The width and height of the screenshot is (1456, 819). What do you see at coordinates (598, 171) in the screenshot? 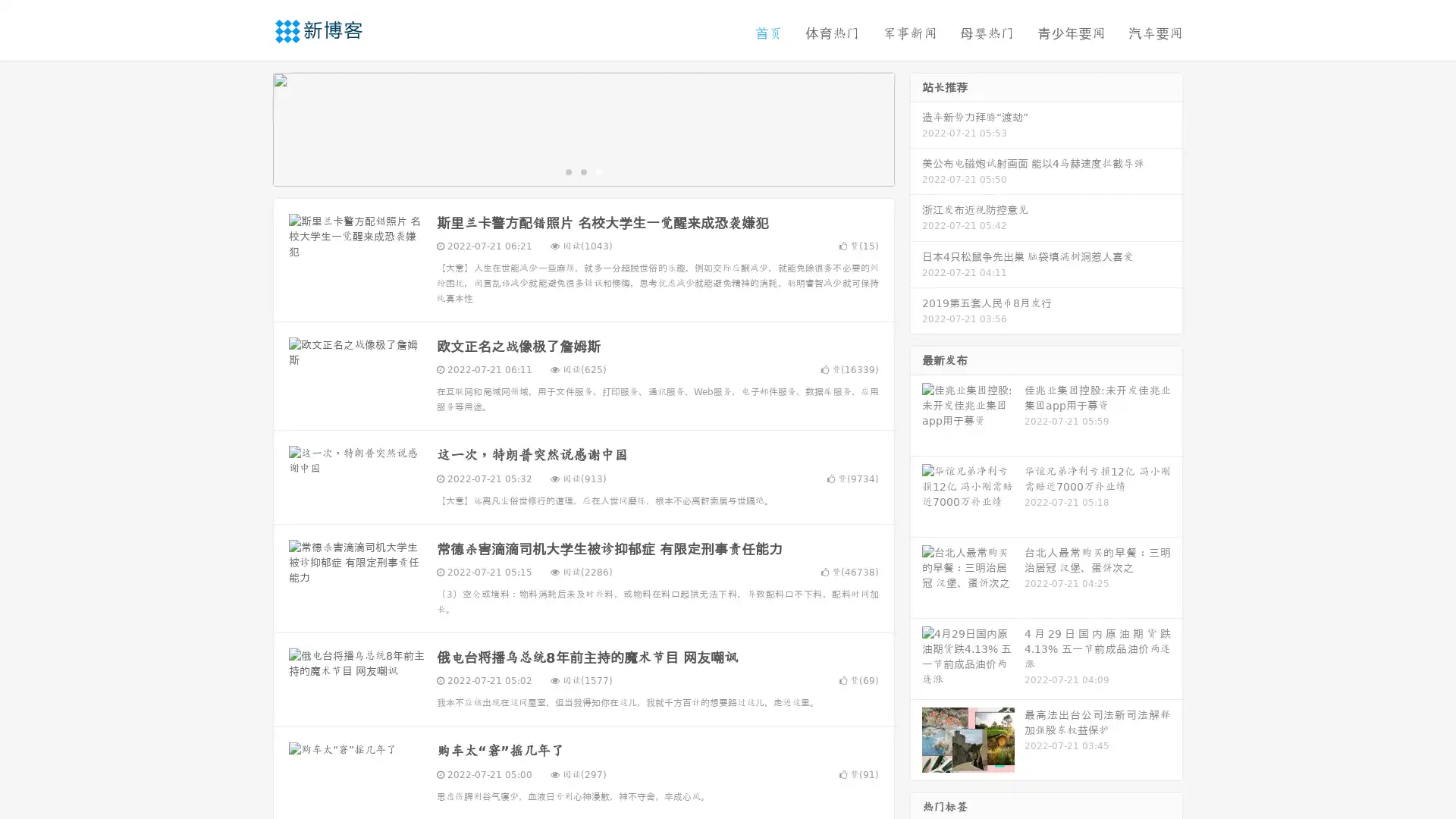
I see `Go to slide 3` at bounding box center [598, 171].